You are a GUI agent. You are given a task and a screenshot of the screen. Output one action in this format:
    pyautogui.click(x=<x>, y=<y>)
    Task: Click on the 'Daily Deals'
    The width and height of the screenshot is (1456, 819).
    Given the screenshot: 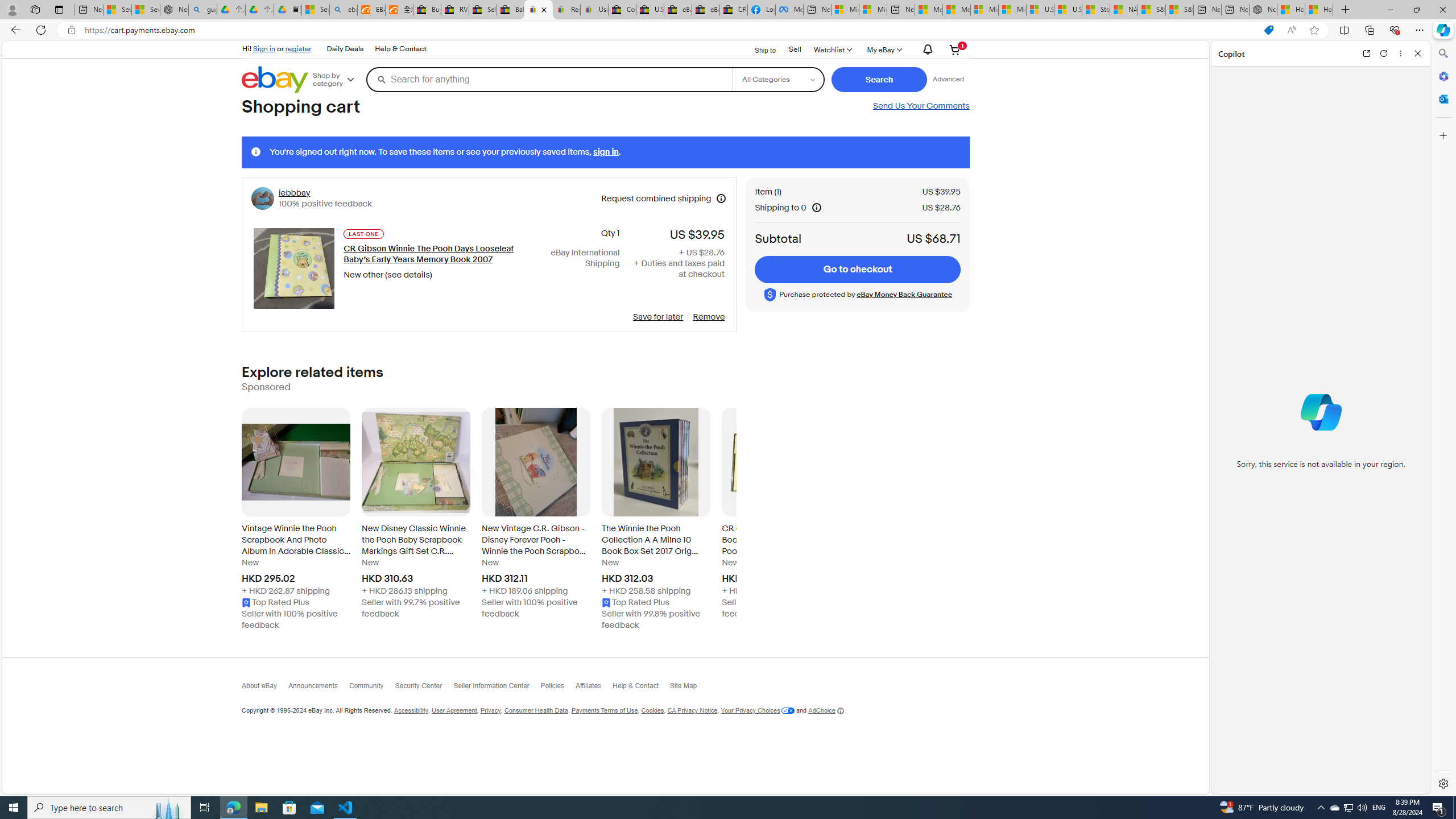 What is the action you would take?
    pyautogui.click(x=345, y=49)
    